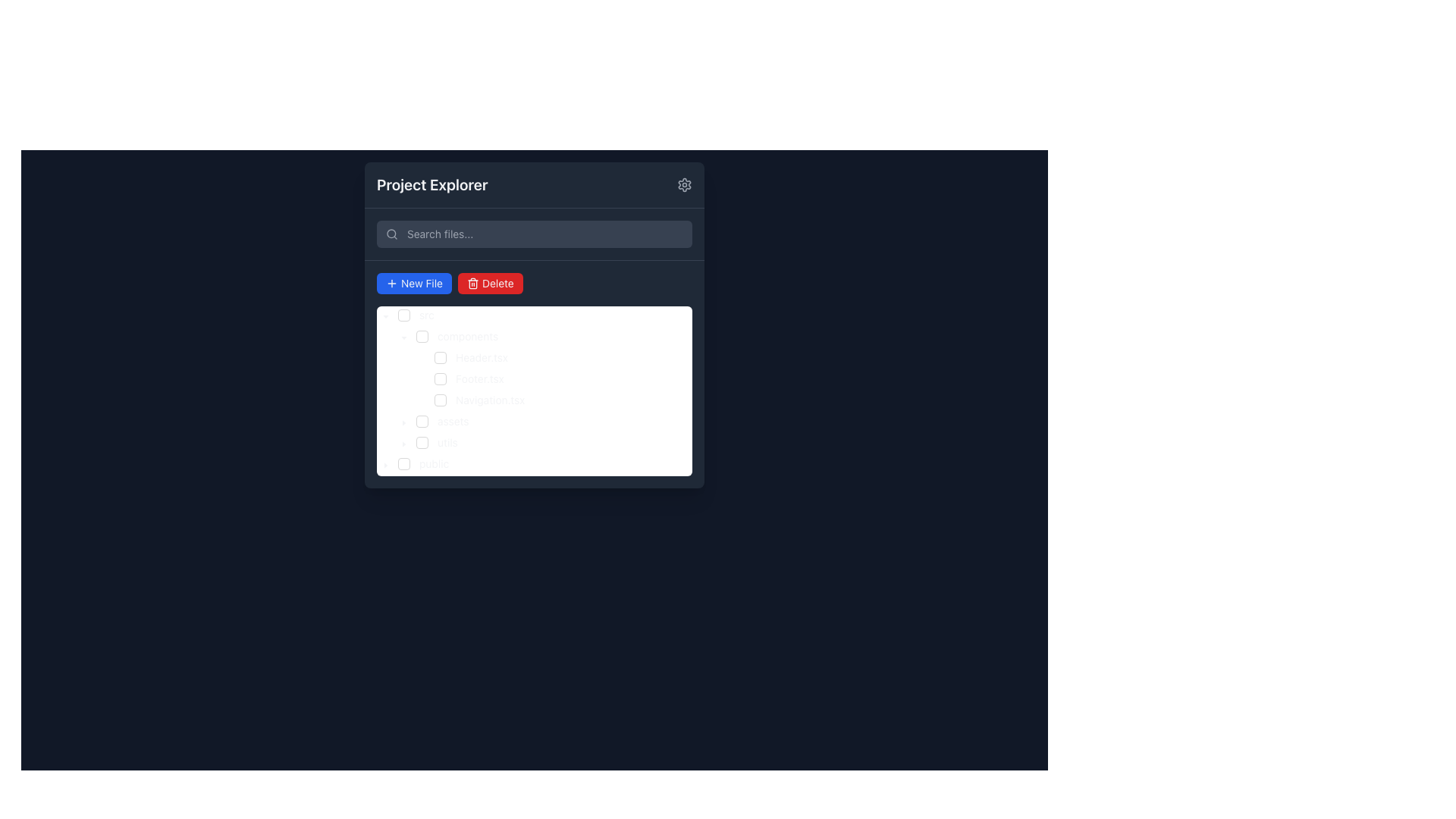  What do you see at coordinates (403, 463) in the screenshot?
I see `the checkbox associated with the 'public' item in the project tree to potentially display a tooltip` at bounding box center [403, 463].